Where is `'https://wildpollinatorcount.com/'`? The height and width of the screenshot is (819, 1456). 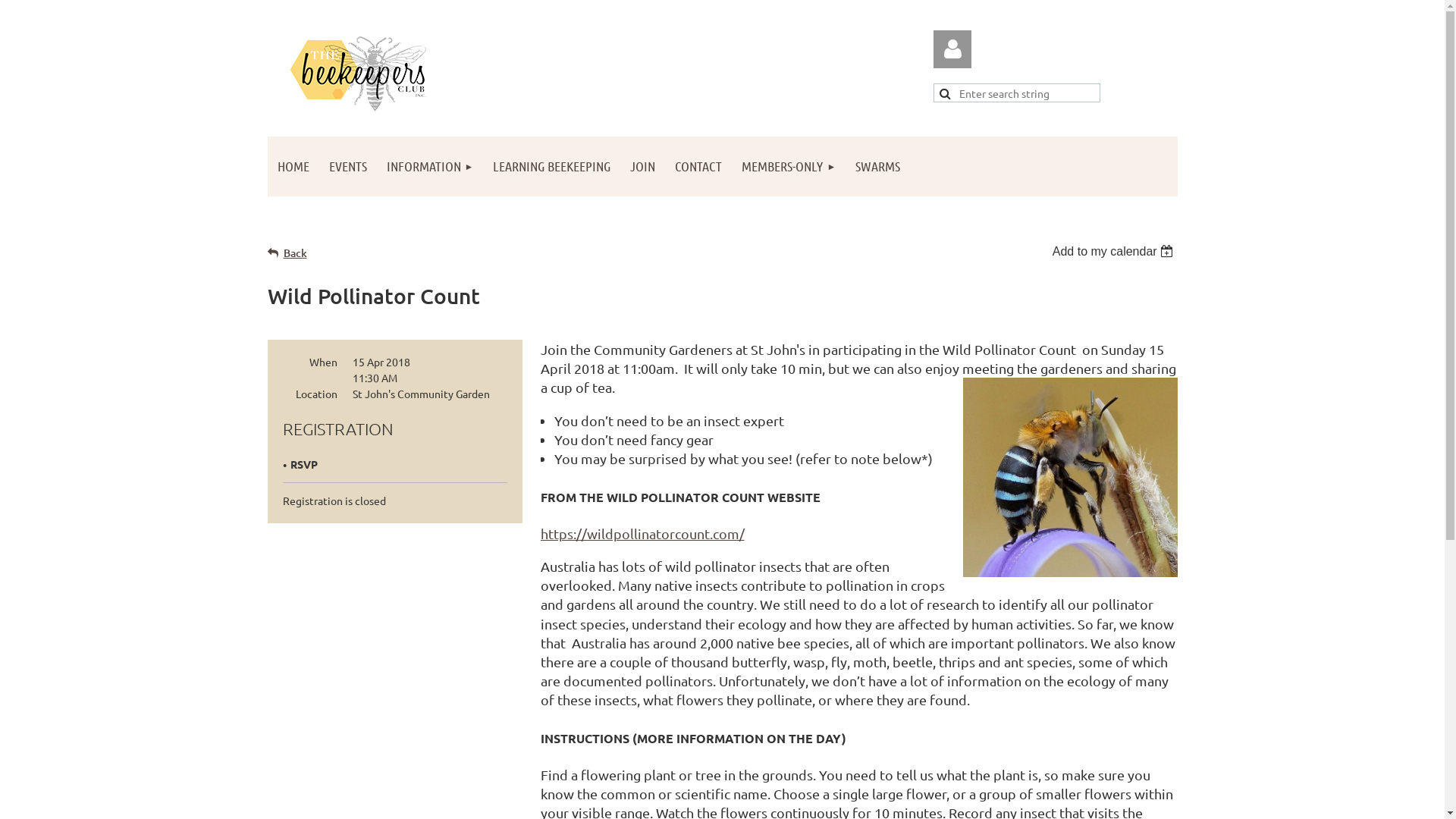
'https://wildpollinatorcount.com/' is located at coordinates (642, 532).